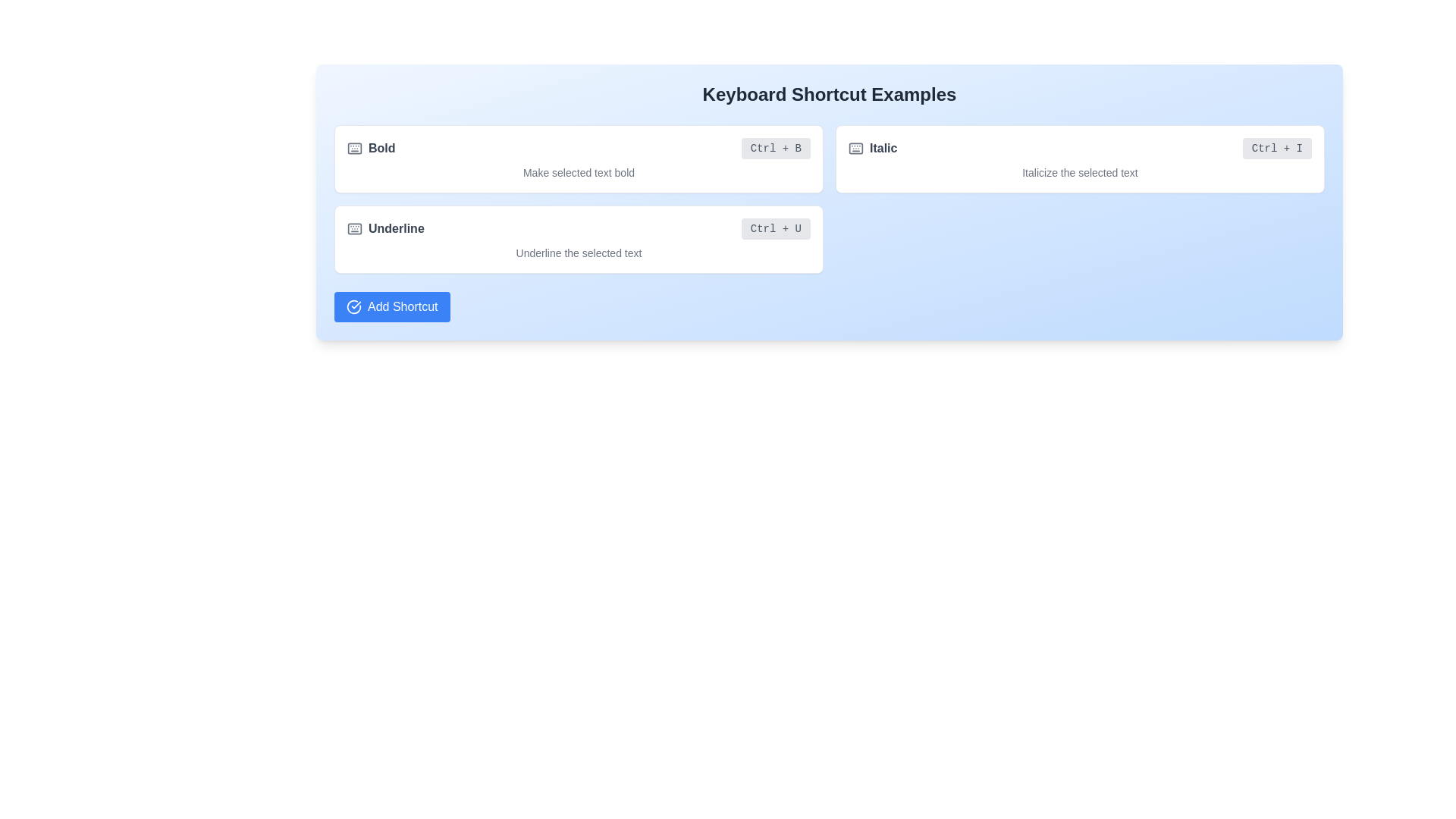  I want to click on the text element displaying 'Italic' in bold gray font, which is located at the top-right corner of the interface among keyboard shortcut indicators, so click(883, 149).